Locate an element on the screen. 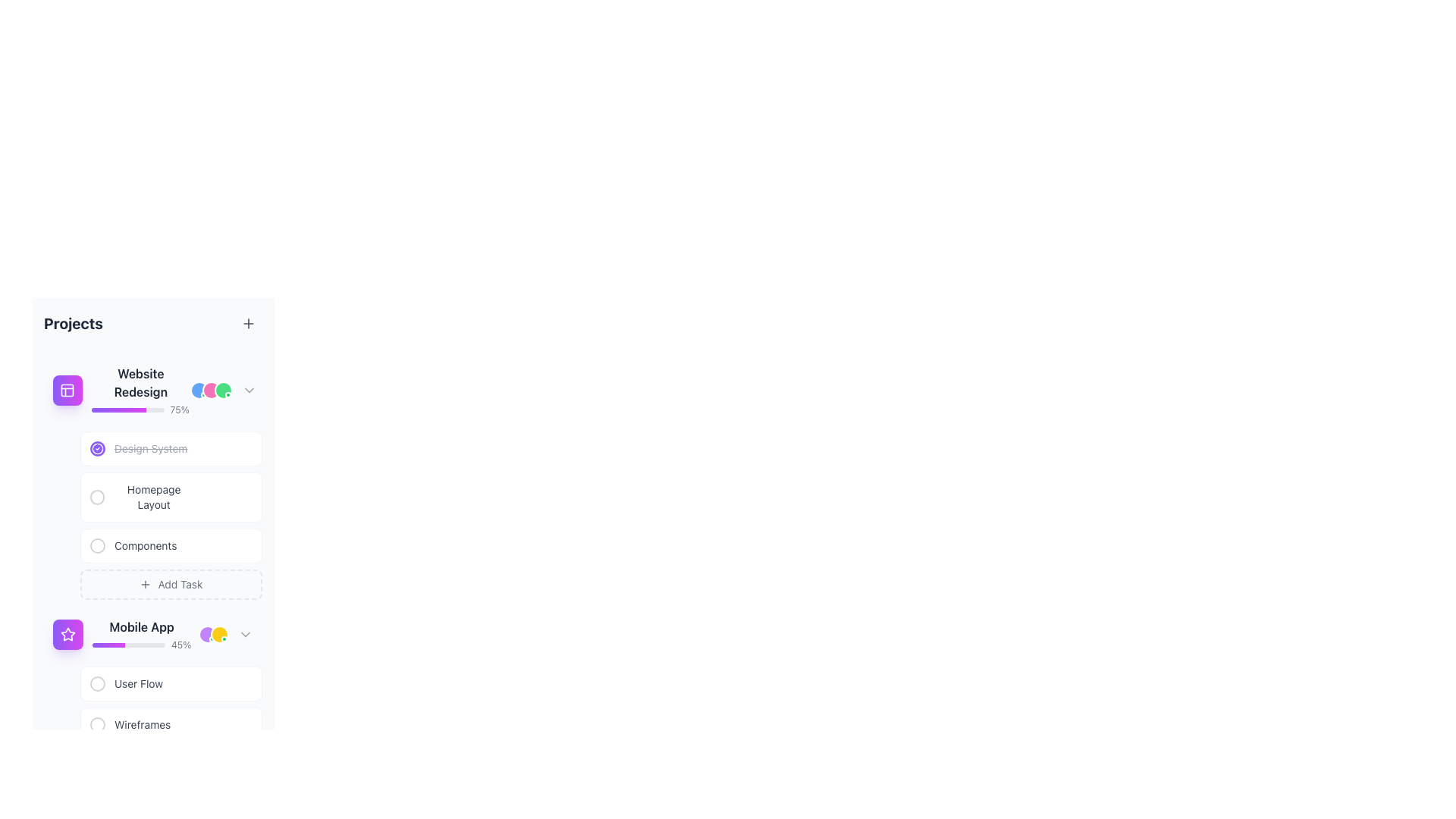 Image resolution: width=1456 pixels, height=819 pixels. the SVG icon that symbolizes the 'Mobile App' project entry by moving the cursor to its center is located at coordinates (67, 635).